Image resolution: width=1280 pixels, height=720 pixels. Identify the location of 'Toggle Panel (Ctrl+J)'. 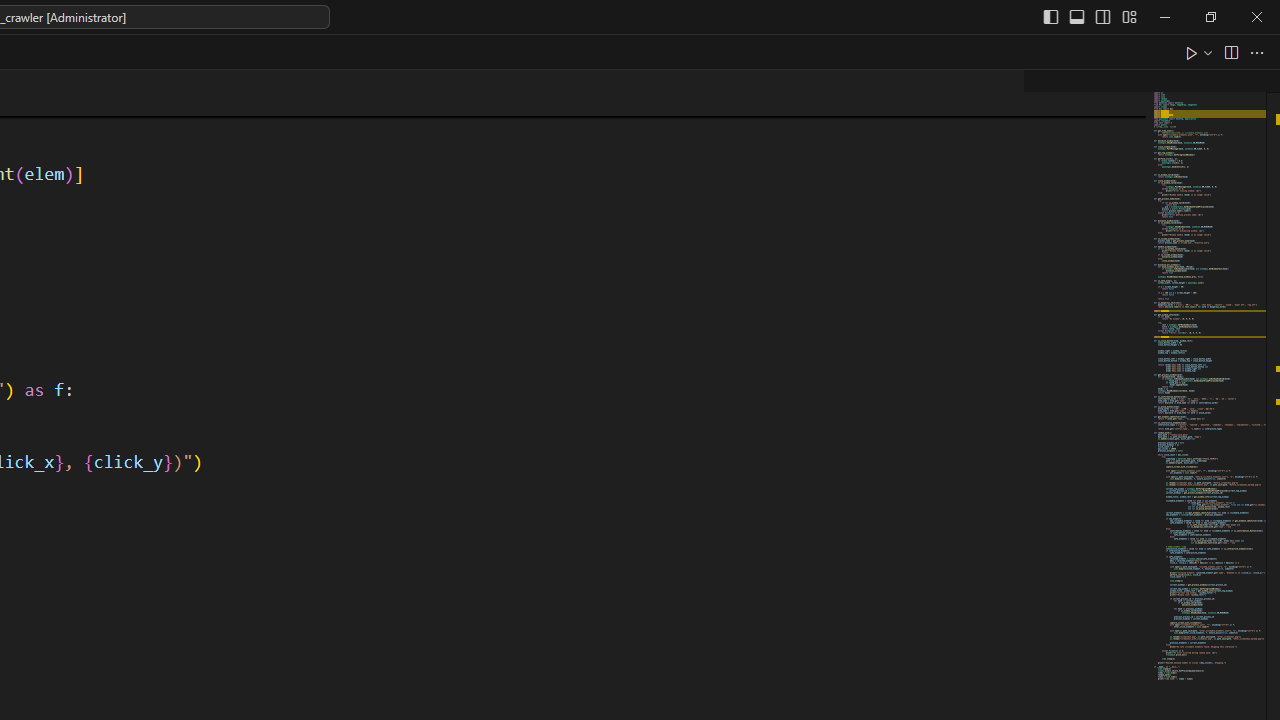
(1076, 16).